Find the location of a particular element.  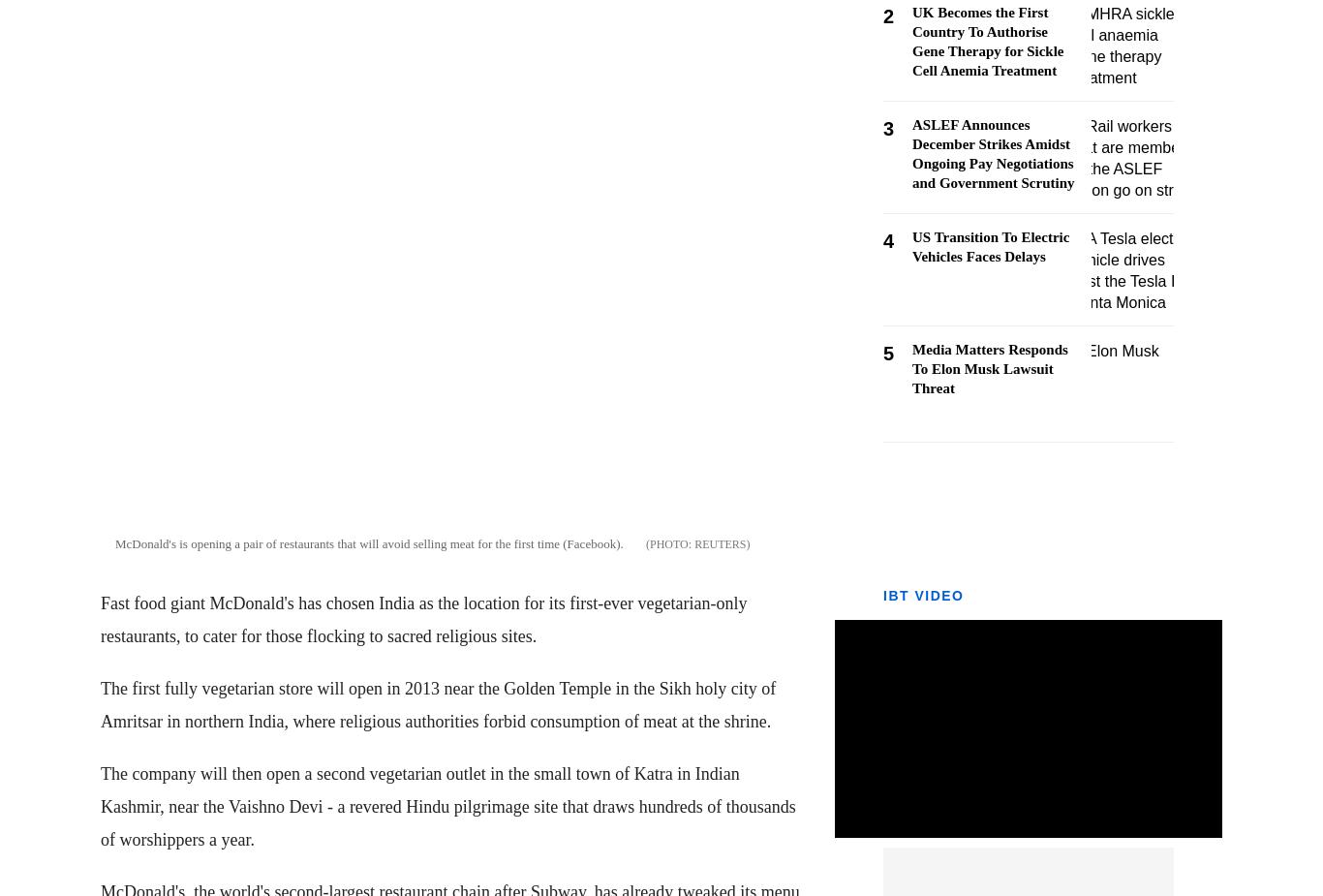

'- Crypto' is located at coordinates (38, 318).